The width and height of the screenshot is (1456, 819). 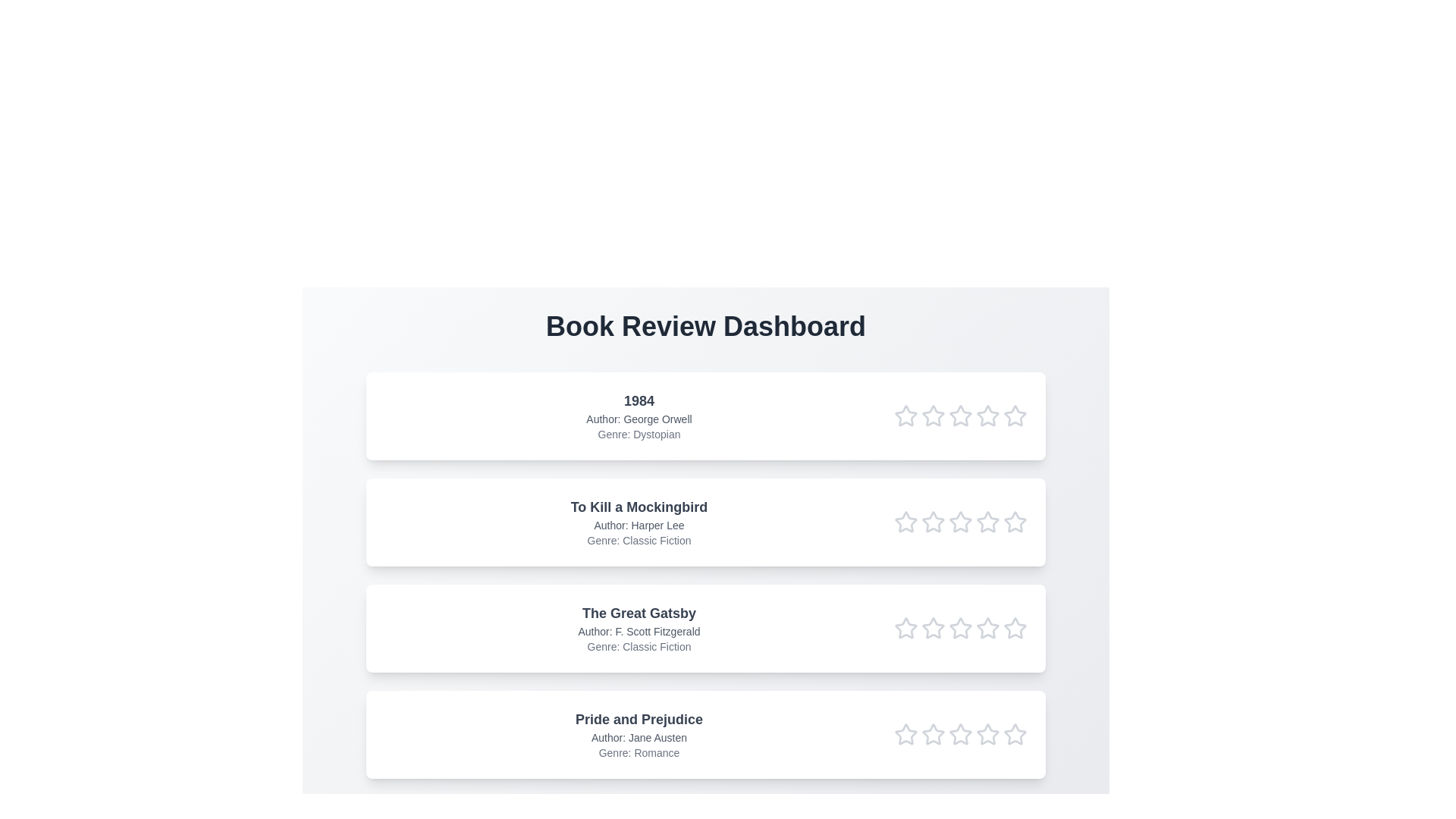 What do you see at coordinates (906, 733) in the screenshot?
I see `the star corresponding to 1 in the rating row of the book titled Pride and Prejudice` at bounding box center [906, 733].